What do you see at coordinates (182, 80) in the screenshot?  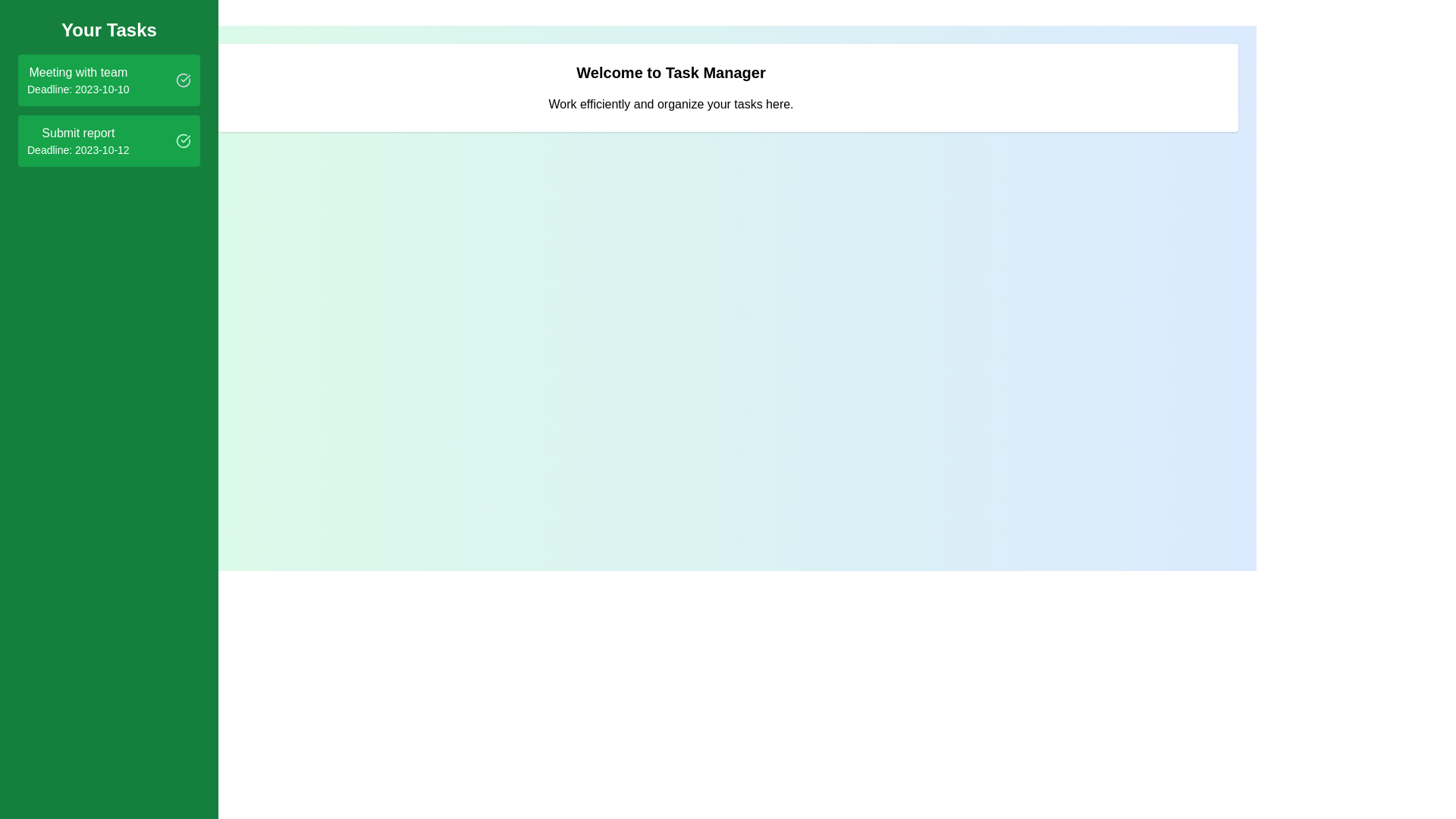 I see `the check circle icon next to the task 'Meeting with team' to mark it as completed` at bounding box center [182, 80].